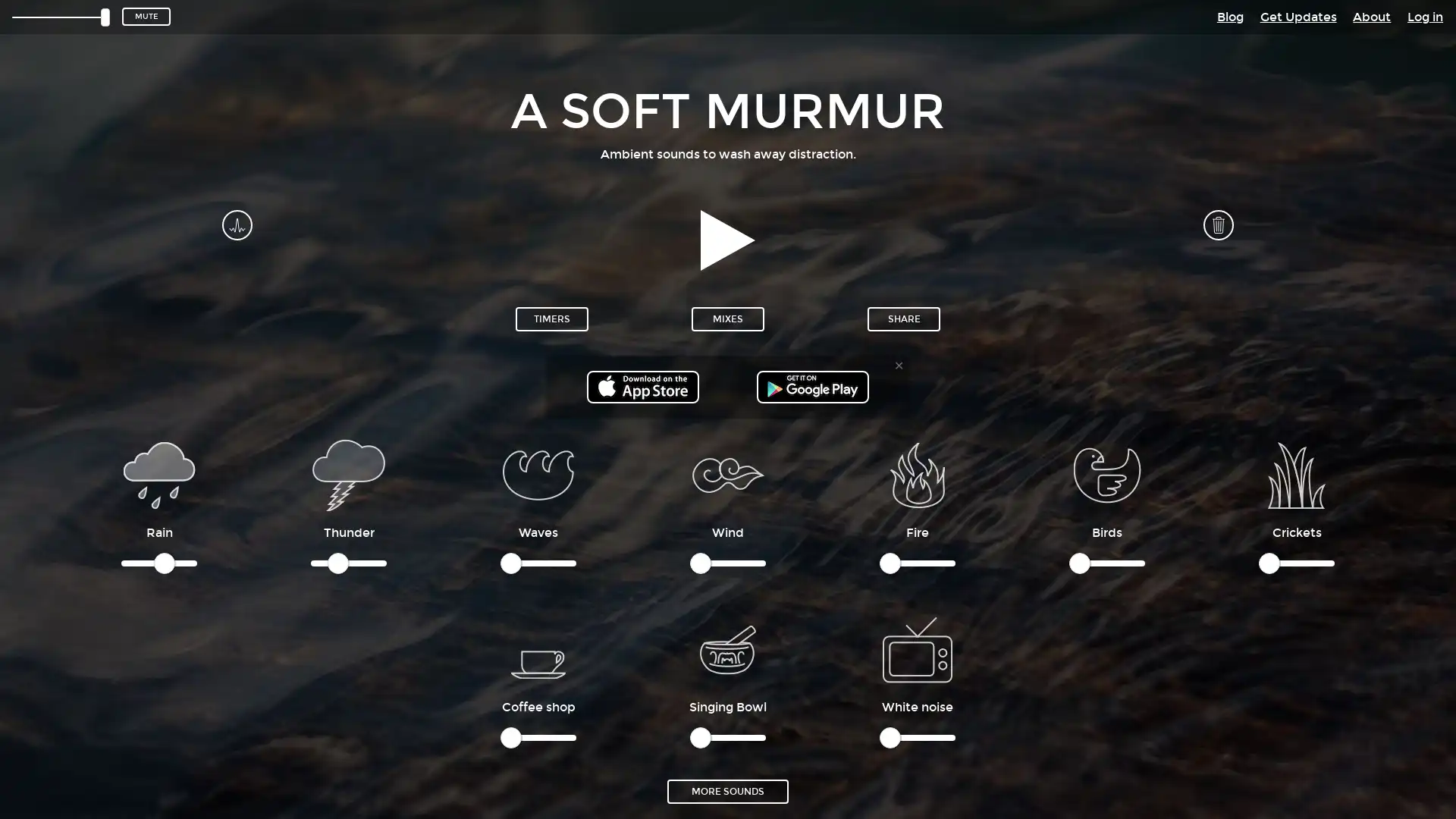 The height and width of the screenshot is (819, 1456). What do you see at coordinates (538, 473) in the screenshot?
I see `Loading icon` at bounding box center [538, 473].